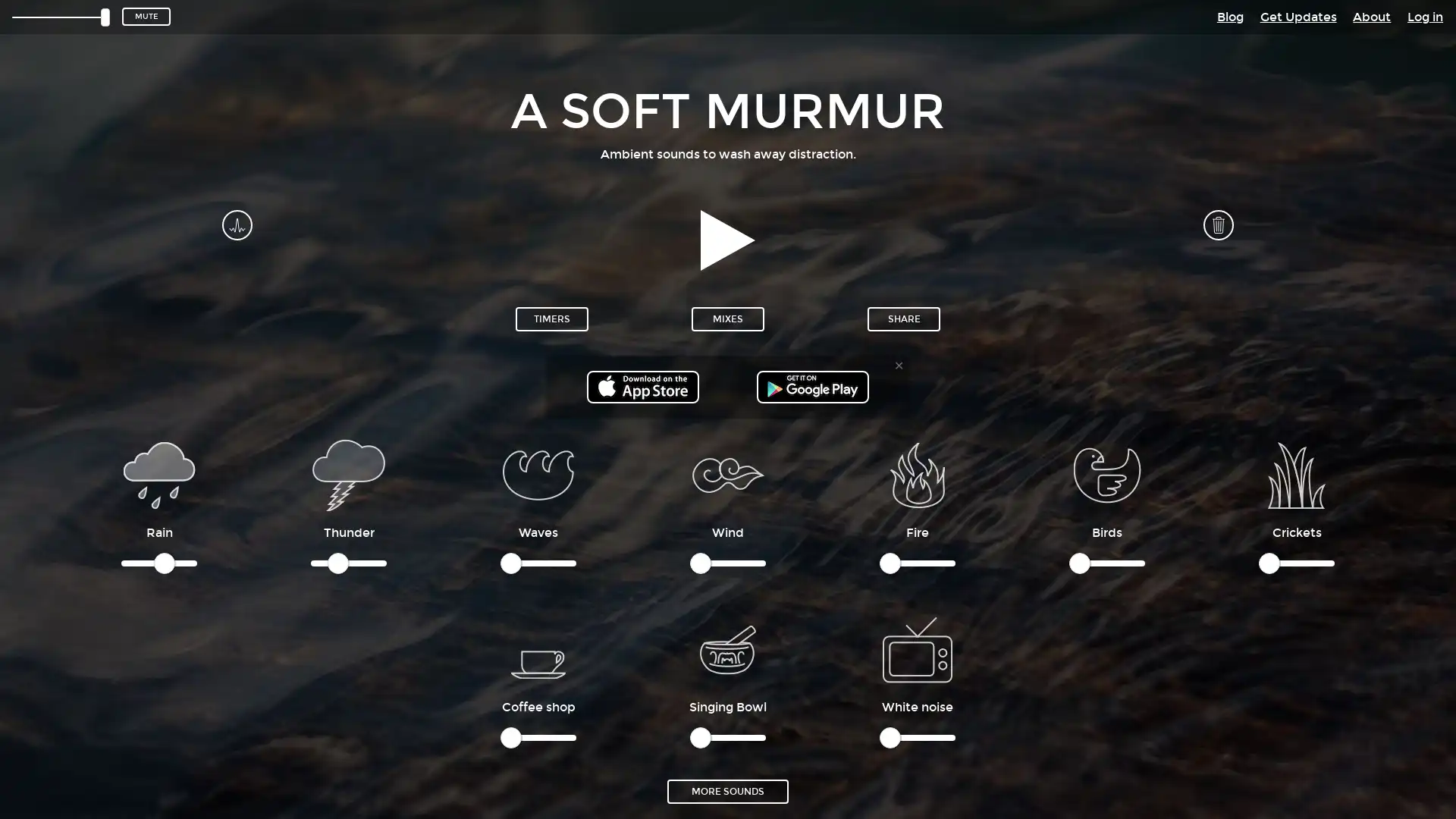 The height and width of the screenshot is (819, 1456). What do you see at coordinates (538, 473) in the screenshot?
I see `Loading icon` at bounding box center [538, 473].